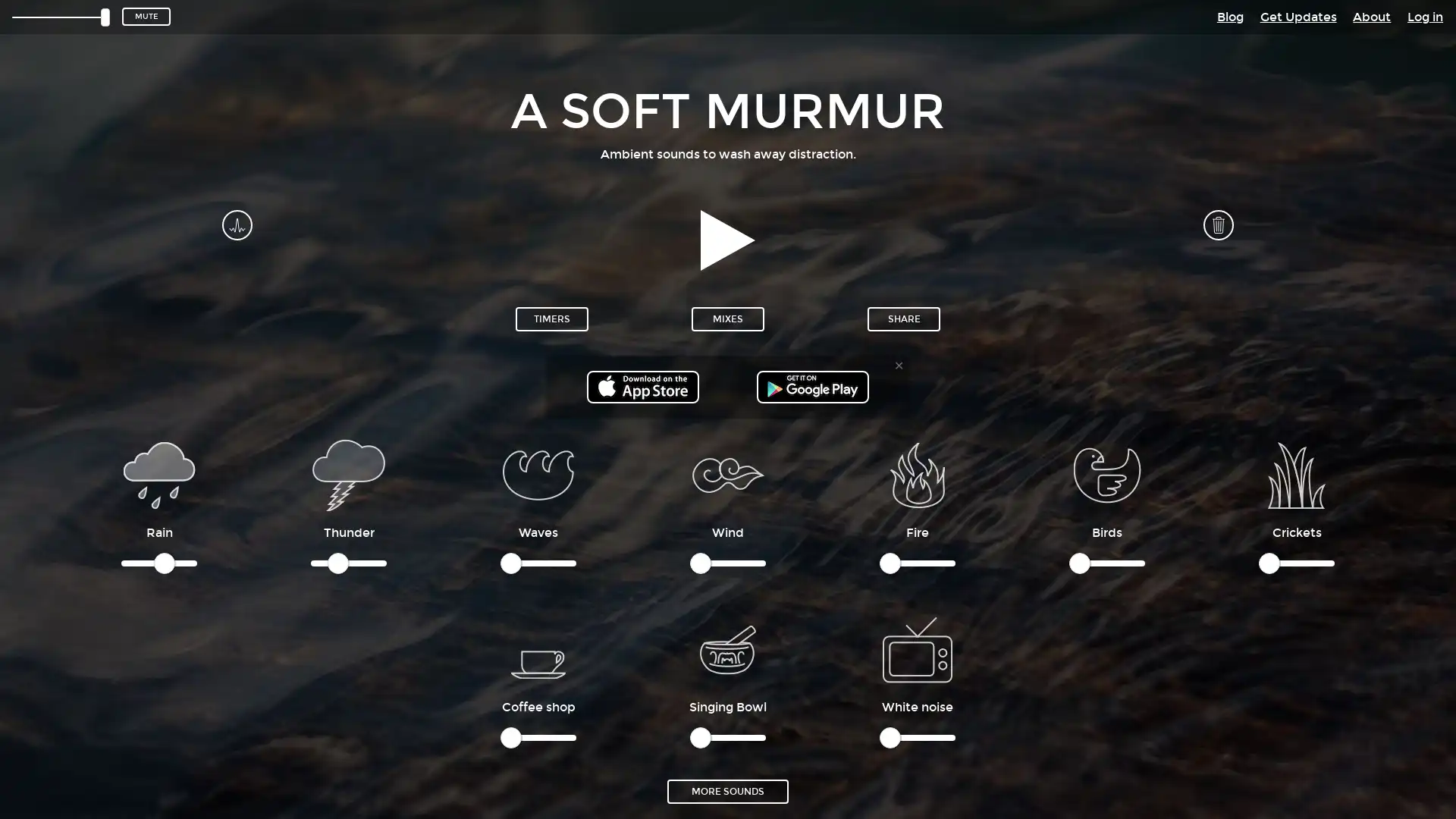 The height and width of the screenshot is (819, 1456). What do you see at coordinates (538, 473) in the screenshot?
I see `Loading icon` at bounding box center [538, 473].